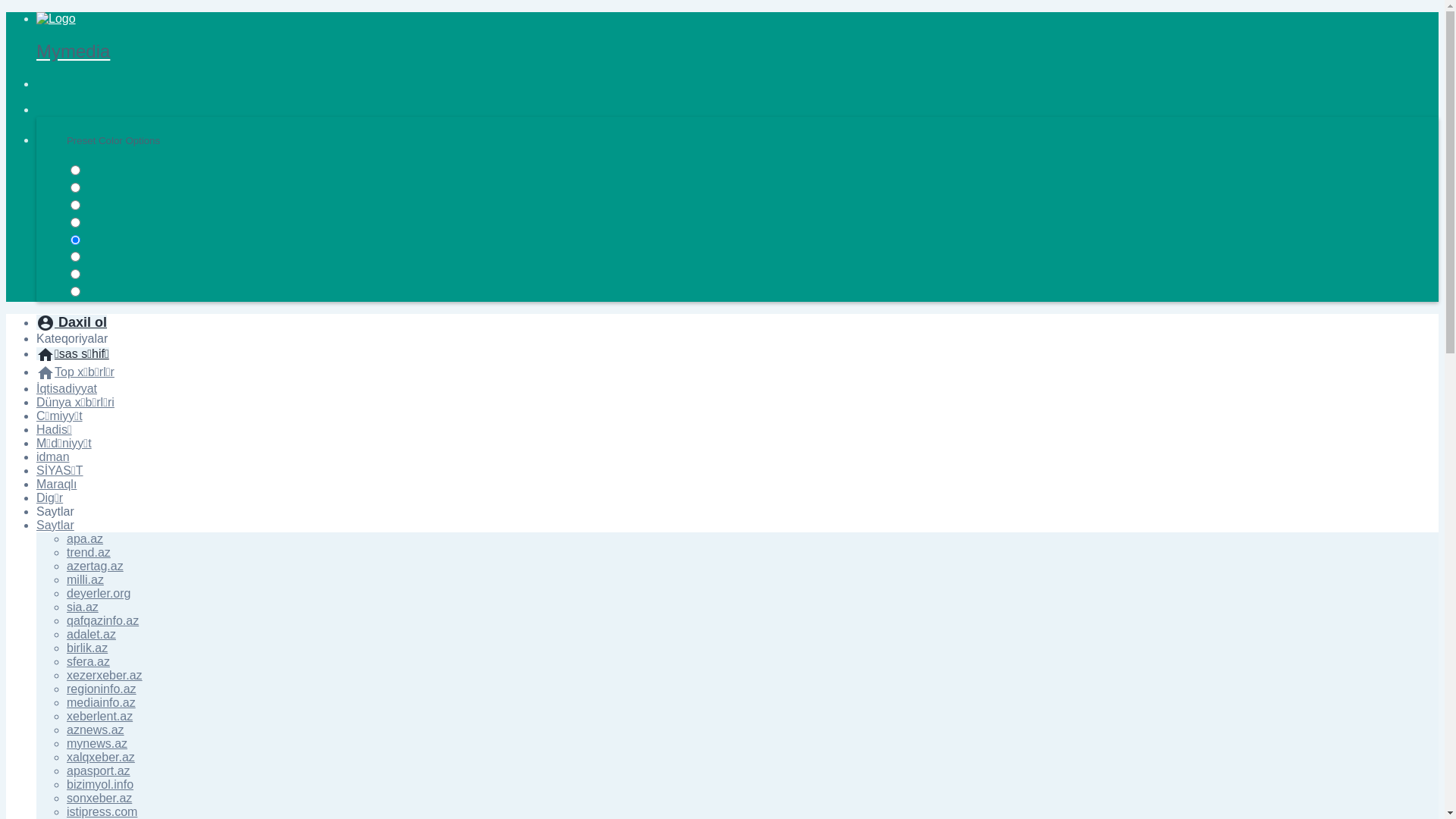  I want to click on 'milli.az', so click(84, 579).